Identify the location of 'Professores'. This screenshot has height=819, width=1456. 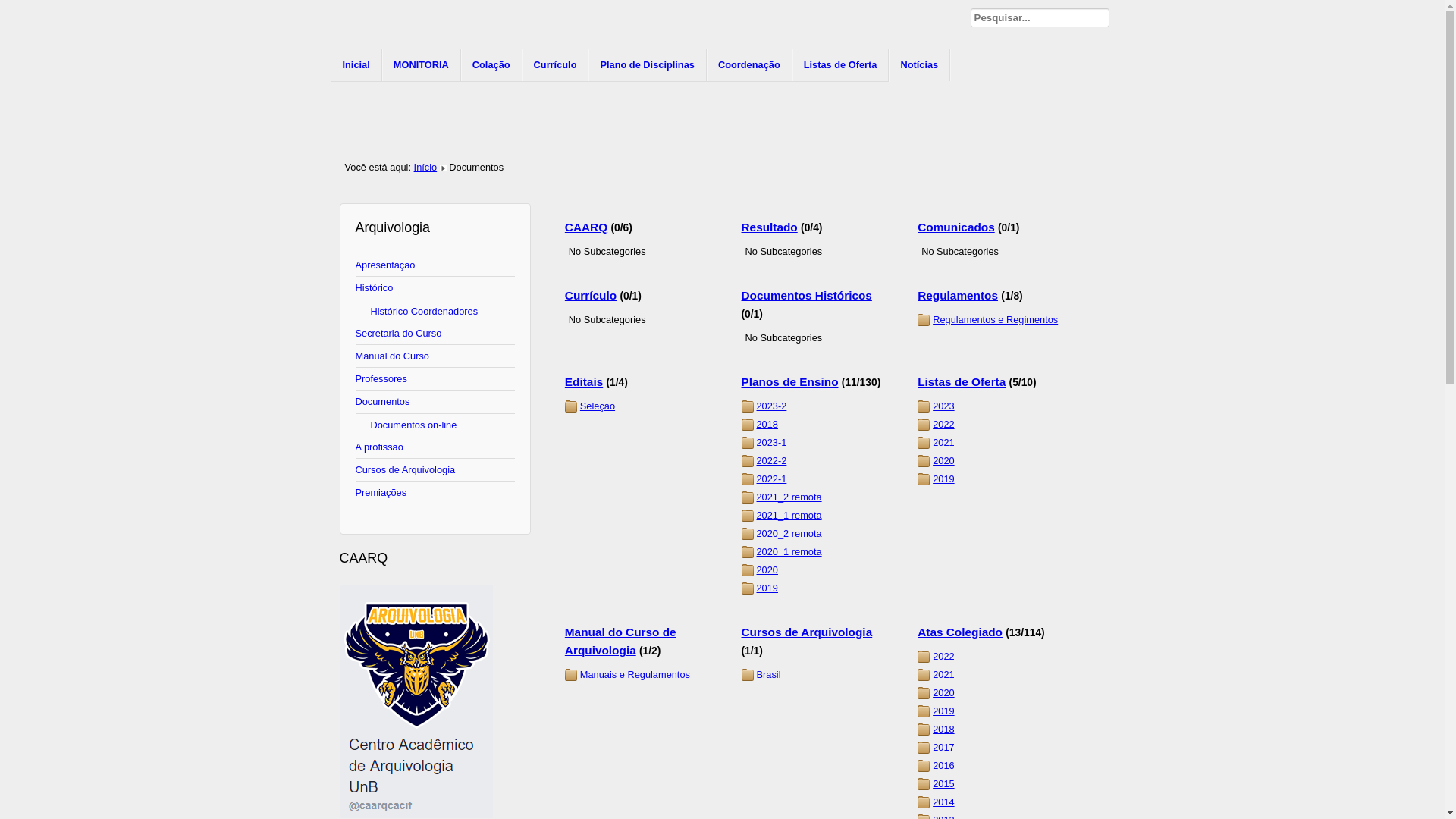
(434, 378).